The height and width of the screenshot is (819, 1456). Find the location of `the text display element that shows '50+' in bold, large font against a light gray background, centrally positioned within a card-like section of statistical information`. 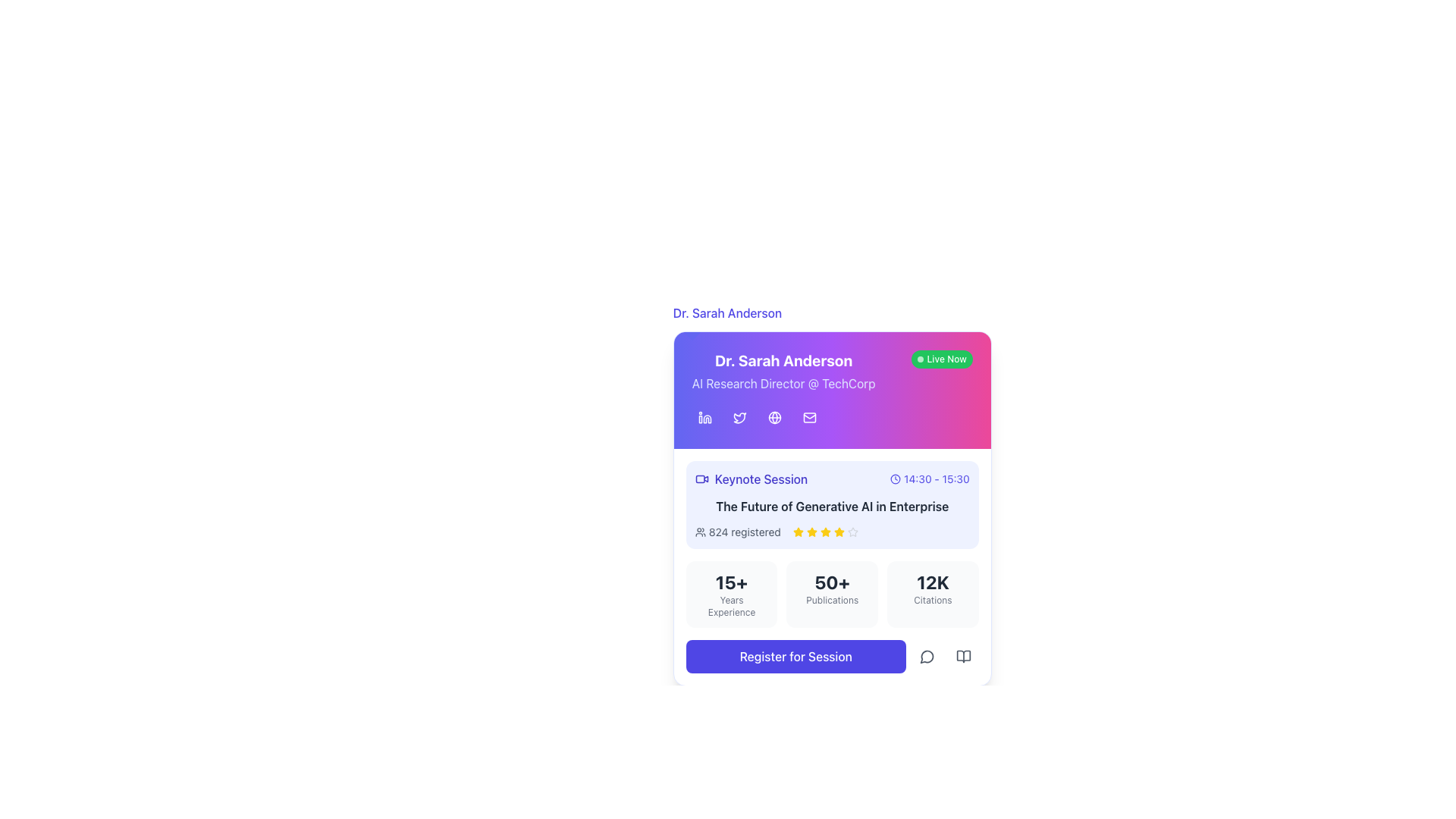

the text display element that shows '50+' in bold, large font against a light gray background, centrally positioned within a card-like section of statistical information is located at coordinates (831, 581).